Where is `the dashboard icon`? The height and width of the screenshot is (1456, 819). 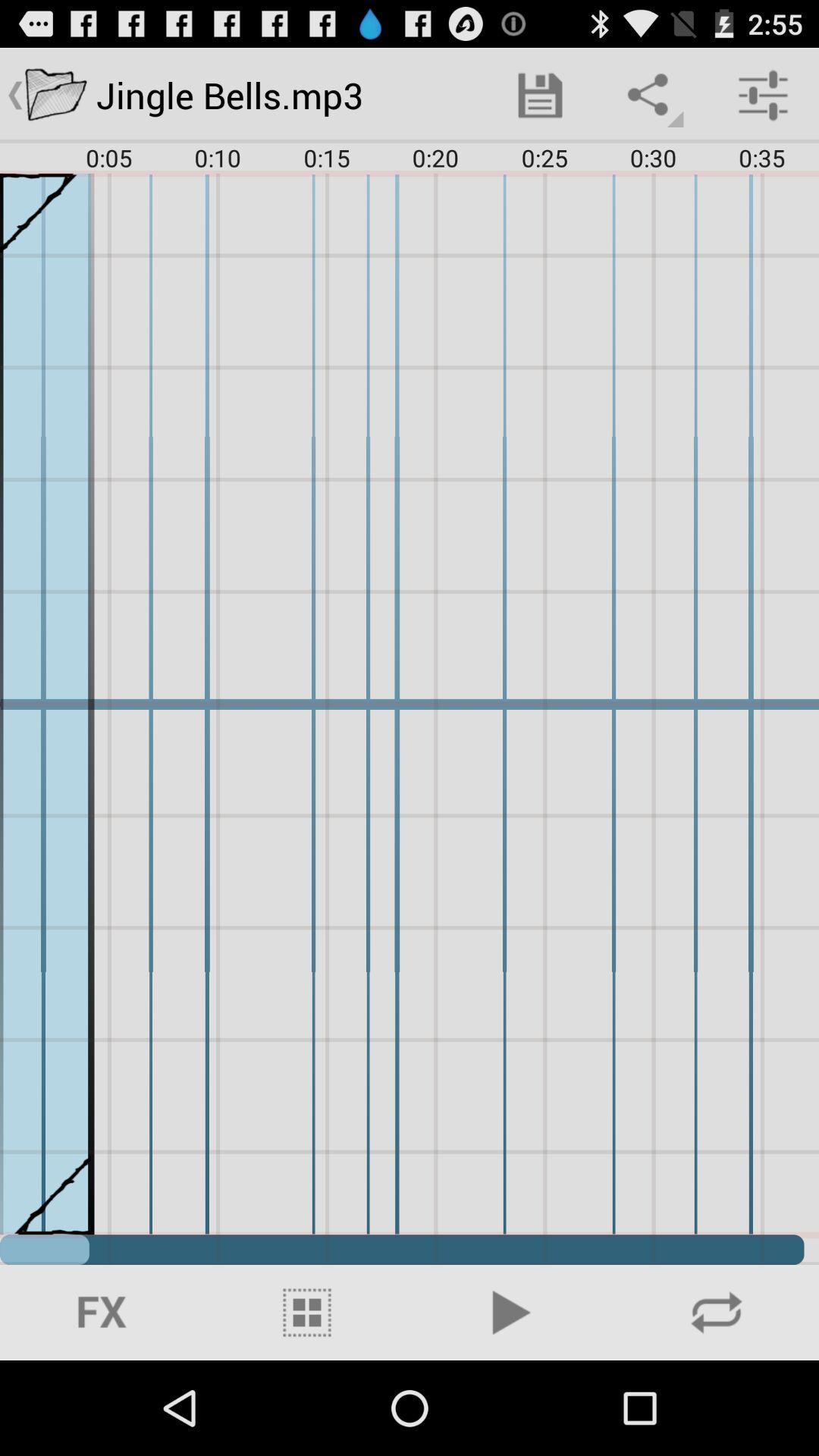
the dashboard icon is located at coordinates (307, 1404).